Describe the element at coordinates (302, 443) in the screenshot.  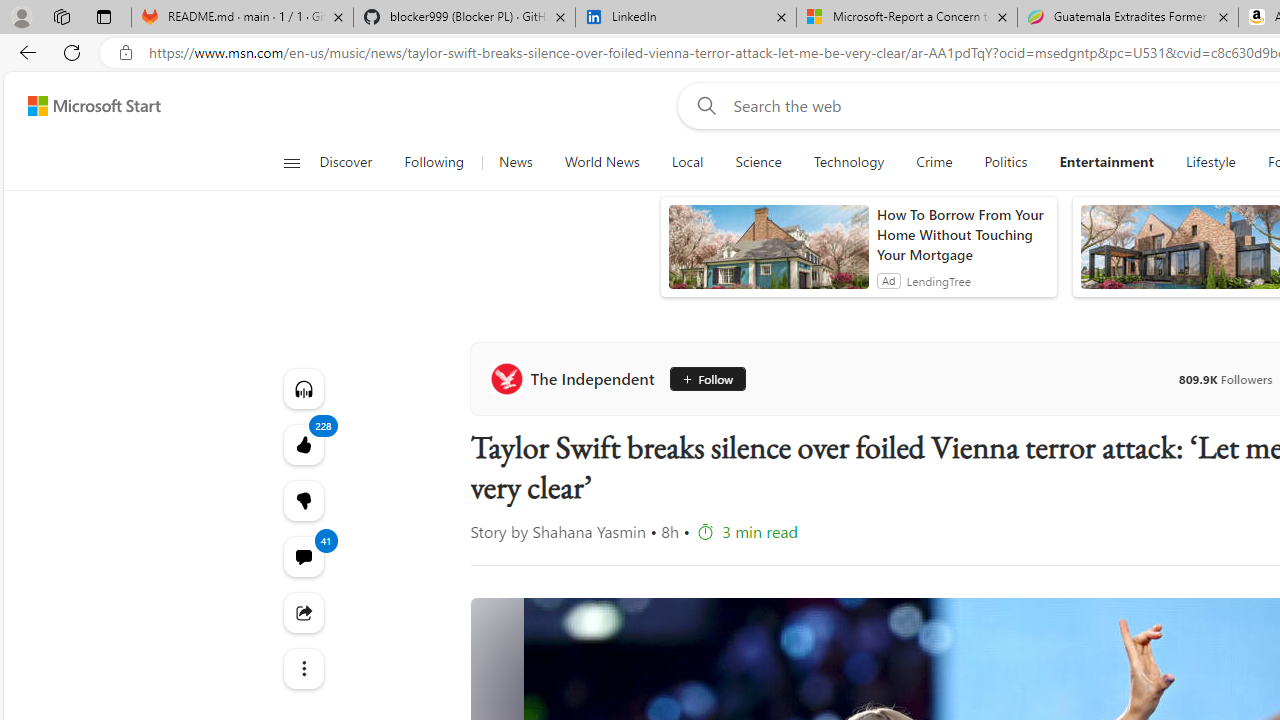
I see `'228 Like'` at that location.